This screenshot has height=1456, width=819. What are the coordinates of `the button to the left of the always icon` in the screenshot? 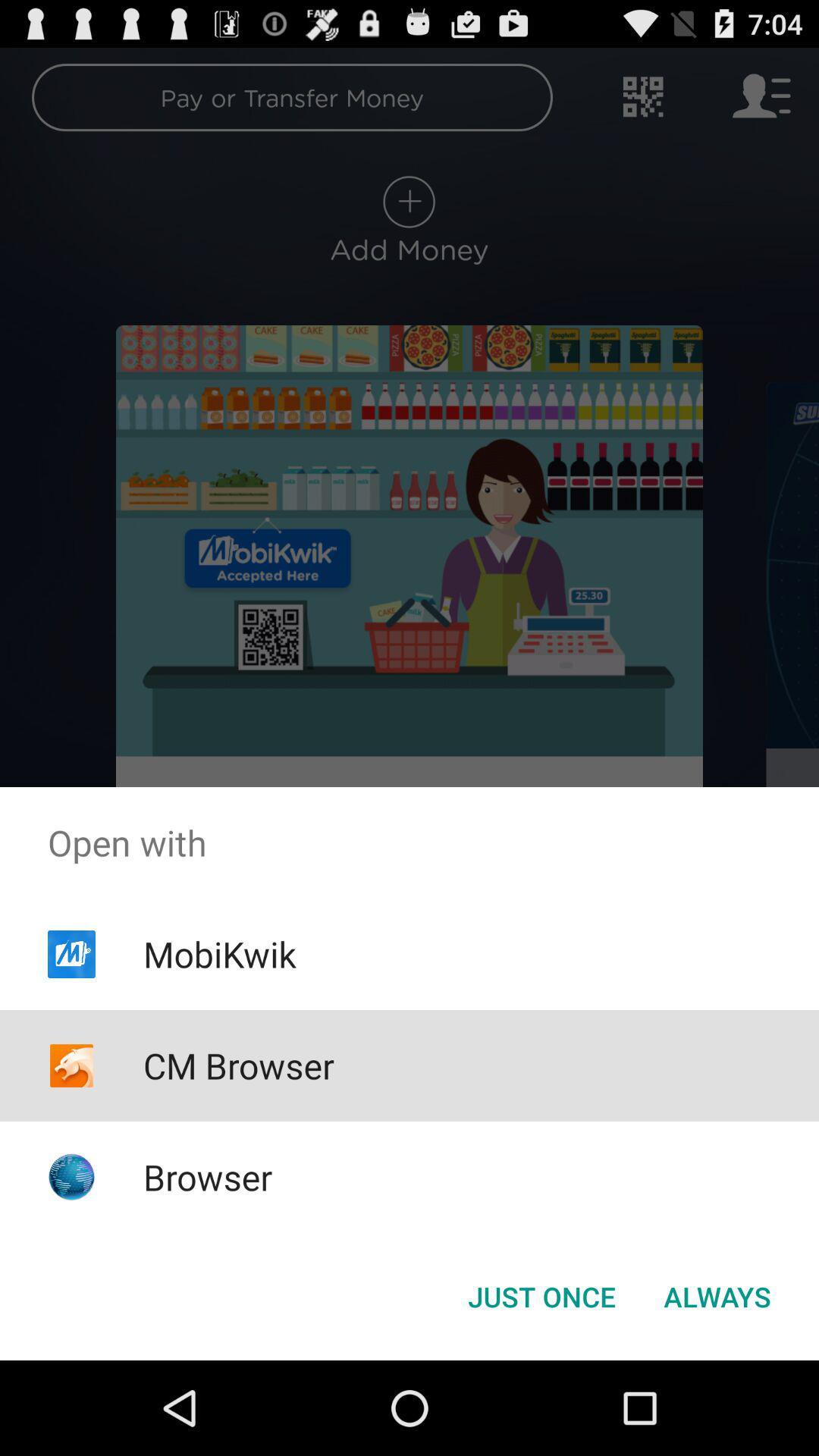 It's located at (541, 1295).